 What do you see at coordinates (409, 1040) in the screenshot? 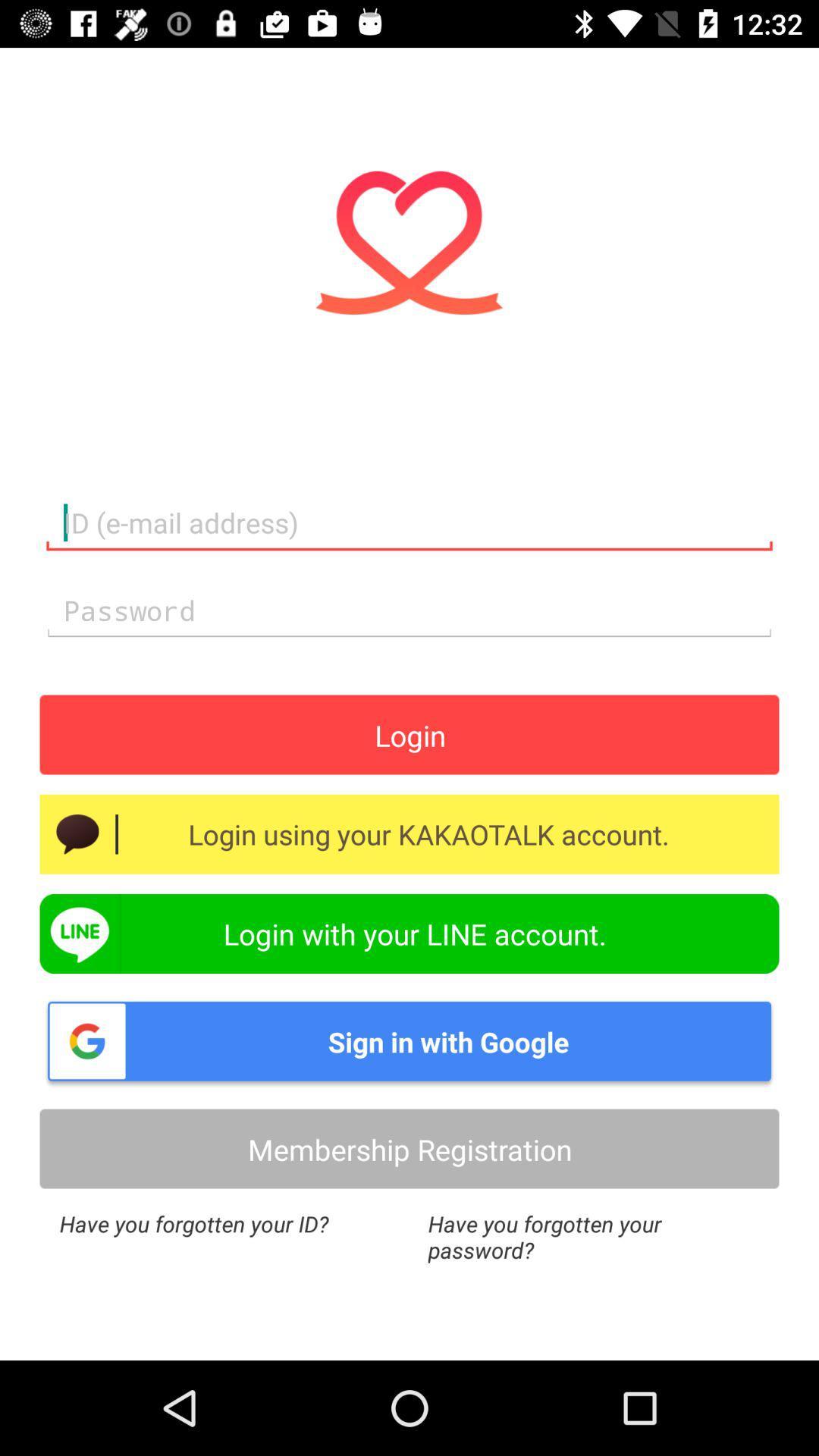
I see `the sign in with item` at bounding box center [409, 1040].